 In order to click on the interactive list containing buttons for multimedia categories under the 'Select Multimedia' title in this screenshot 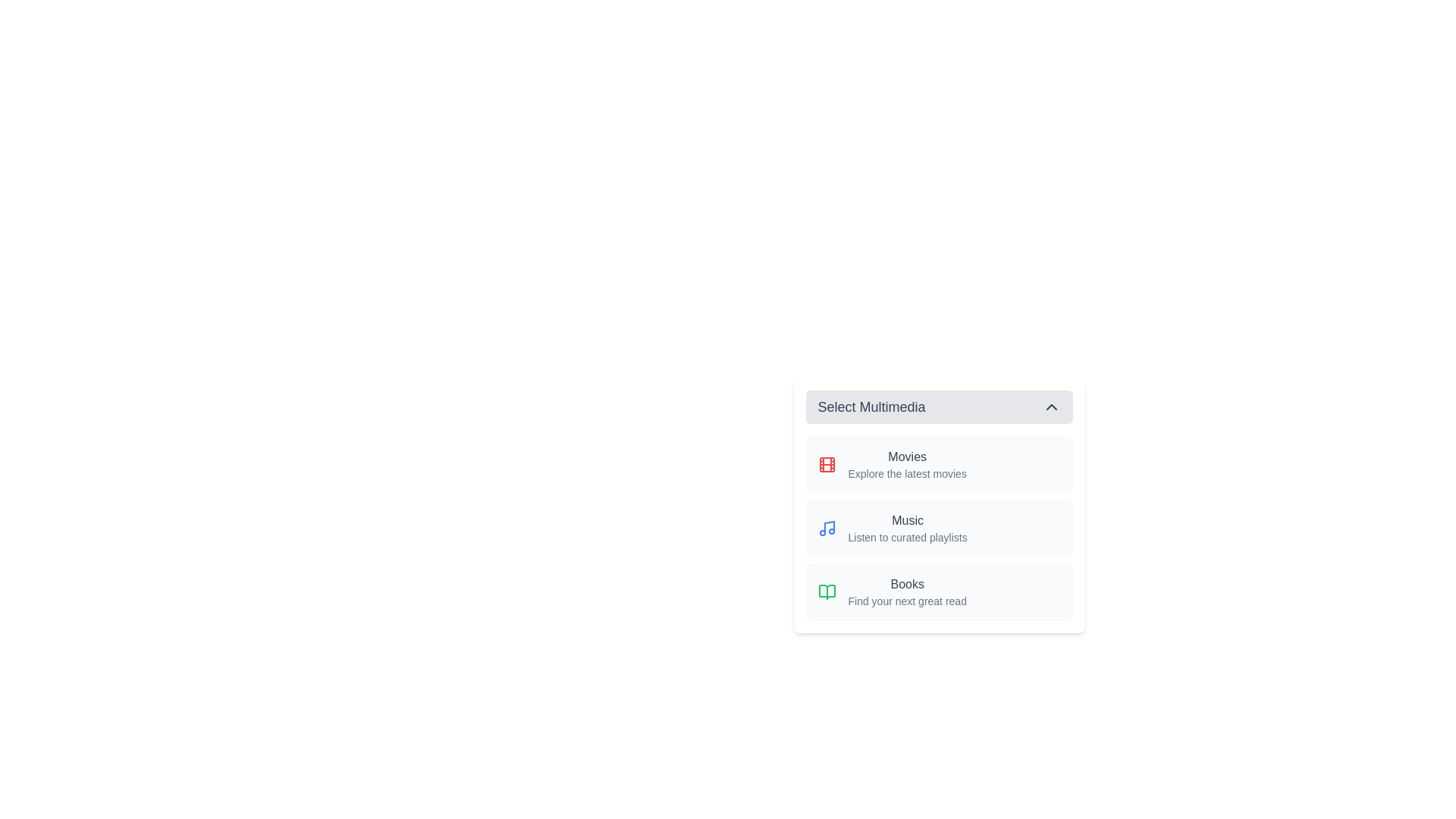, I will do `click(938, 528)`.